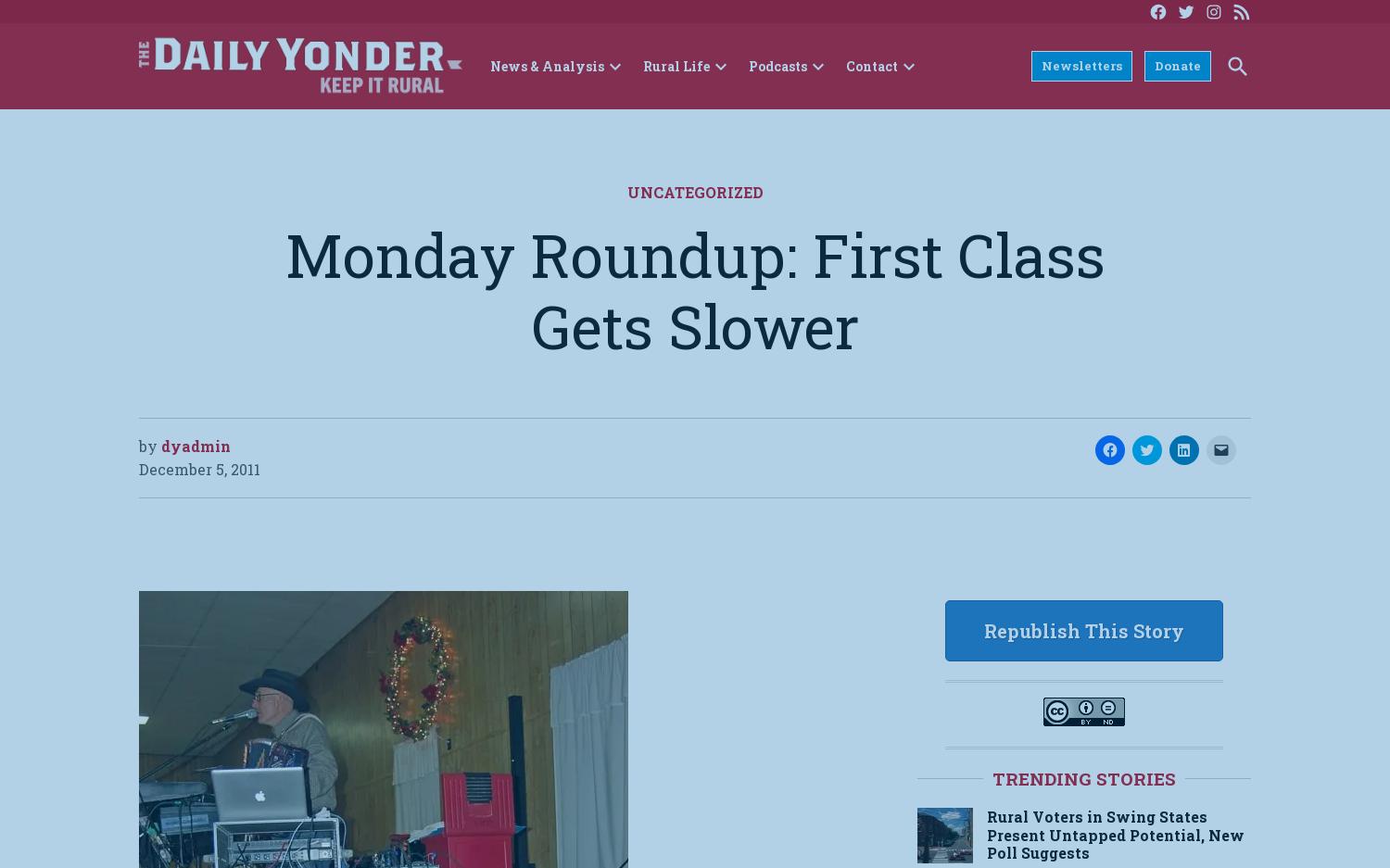 This screenshot has height=868, width=1390. What do you see at coordinates (676, 66) in the screenshot?
I see `'Rural Life'` at bounding box center [676, 66].